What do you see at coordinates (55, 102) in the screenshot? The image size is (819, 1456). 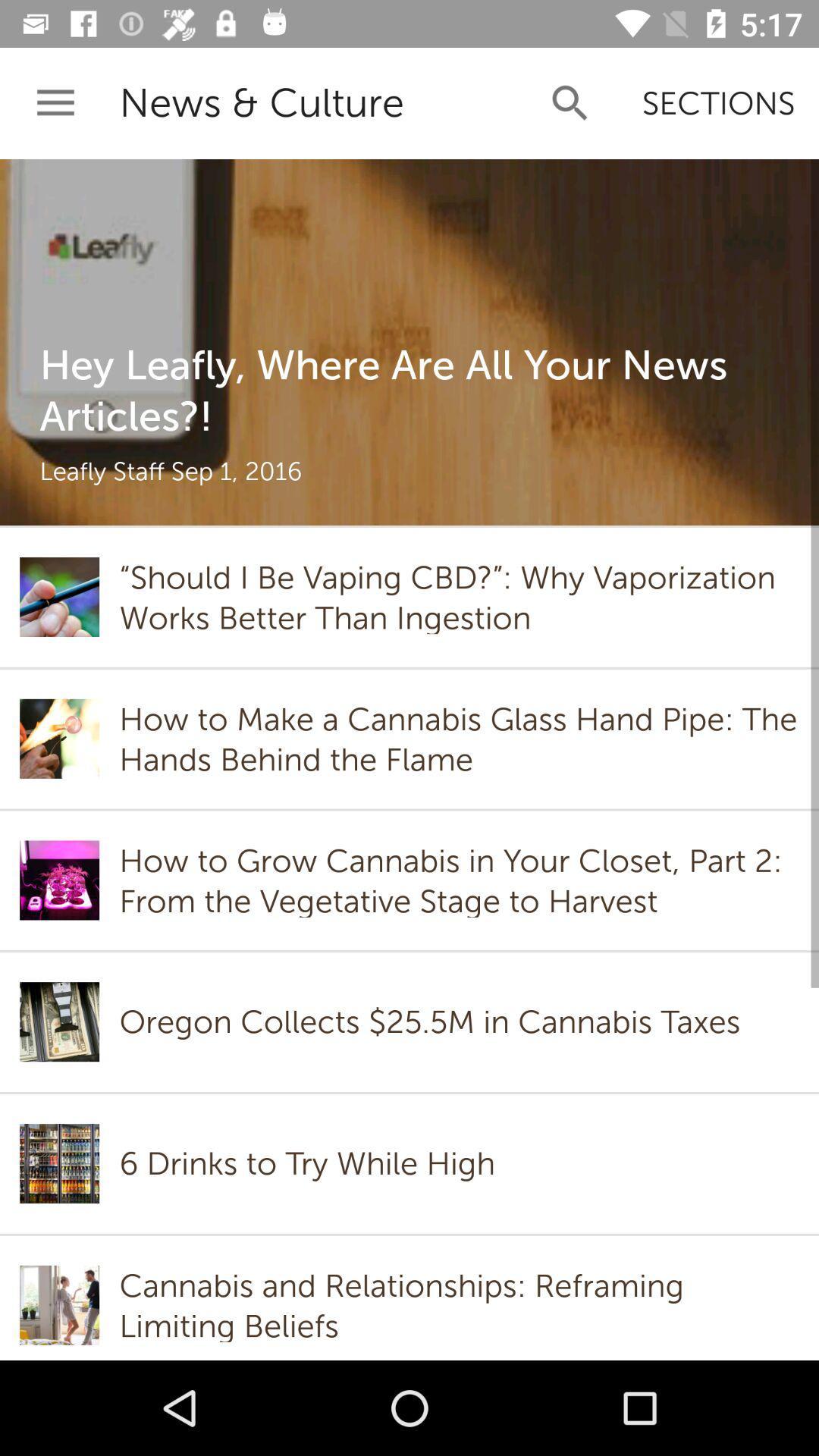 I see `the item to the left of the news & culture` at bounding box center [55, 102].